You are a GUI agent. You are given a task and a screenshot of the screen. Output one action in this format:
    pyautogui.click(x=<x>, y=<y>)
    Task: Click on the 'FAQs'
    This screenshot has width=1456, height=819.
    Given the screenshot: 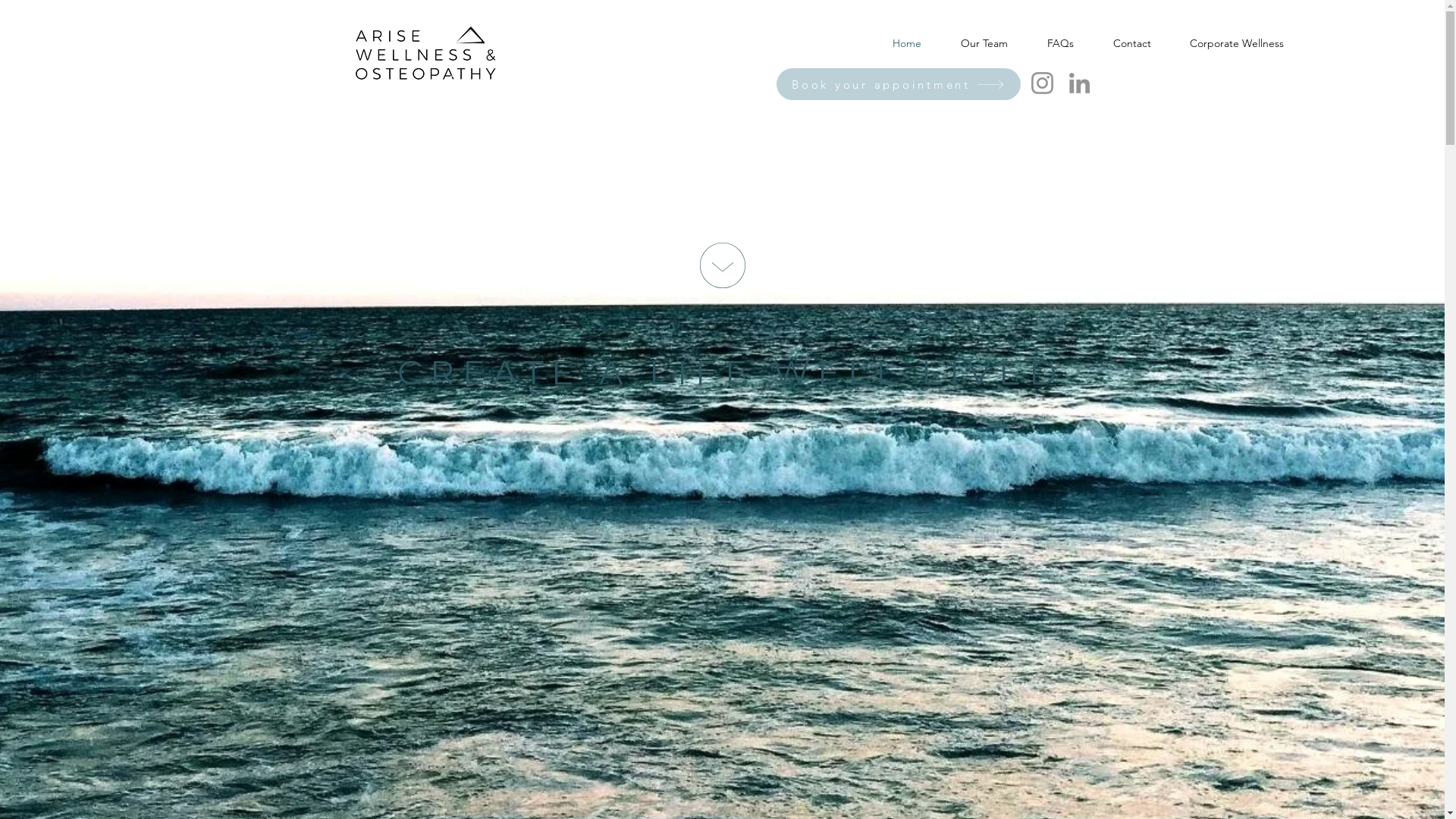 What is the action you would take?
    pyautogui.click(x=1059, y=42)
    